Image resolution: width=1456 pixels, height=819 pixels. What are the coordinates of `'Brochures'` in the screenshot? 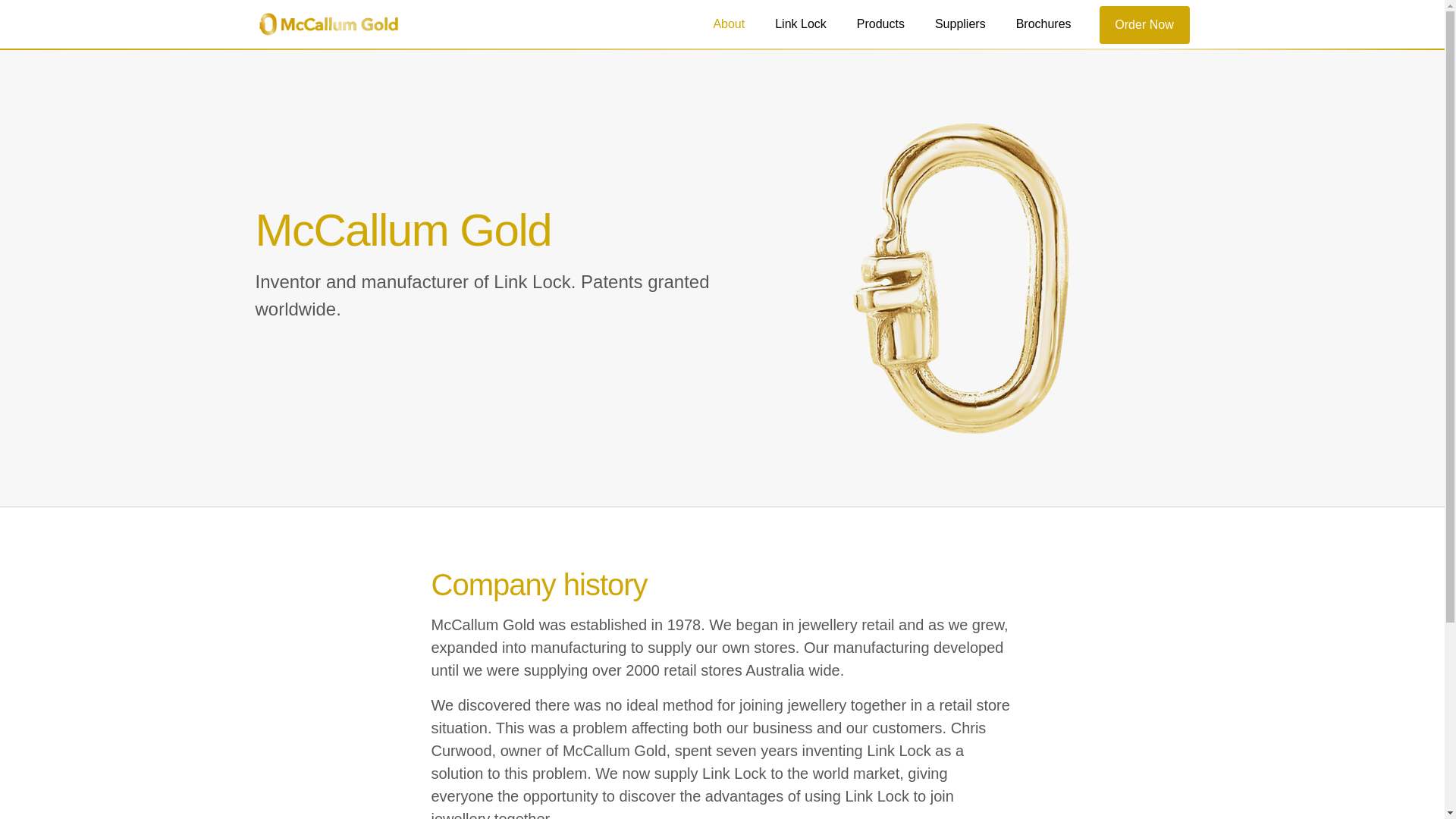 It's located at (1043, 24).